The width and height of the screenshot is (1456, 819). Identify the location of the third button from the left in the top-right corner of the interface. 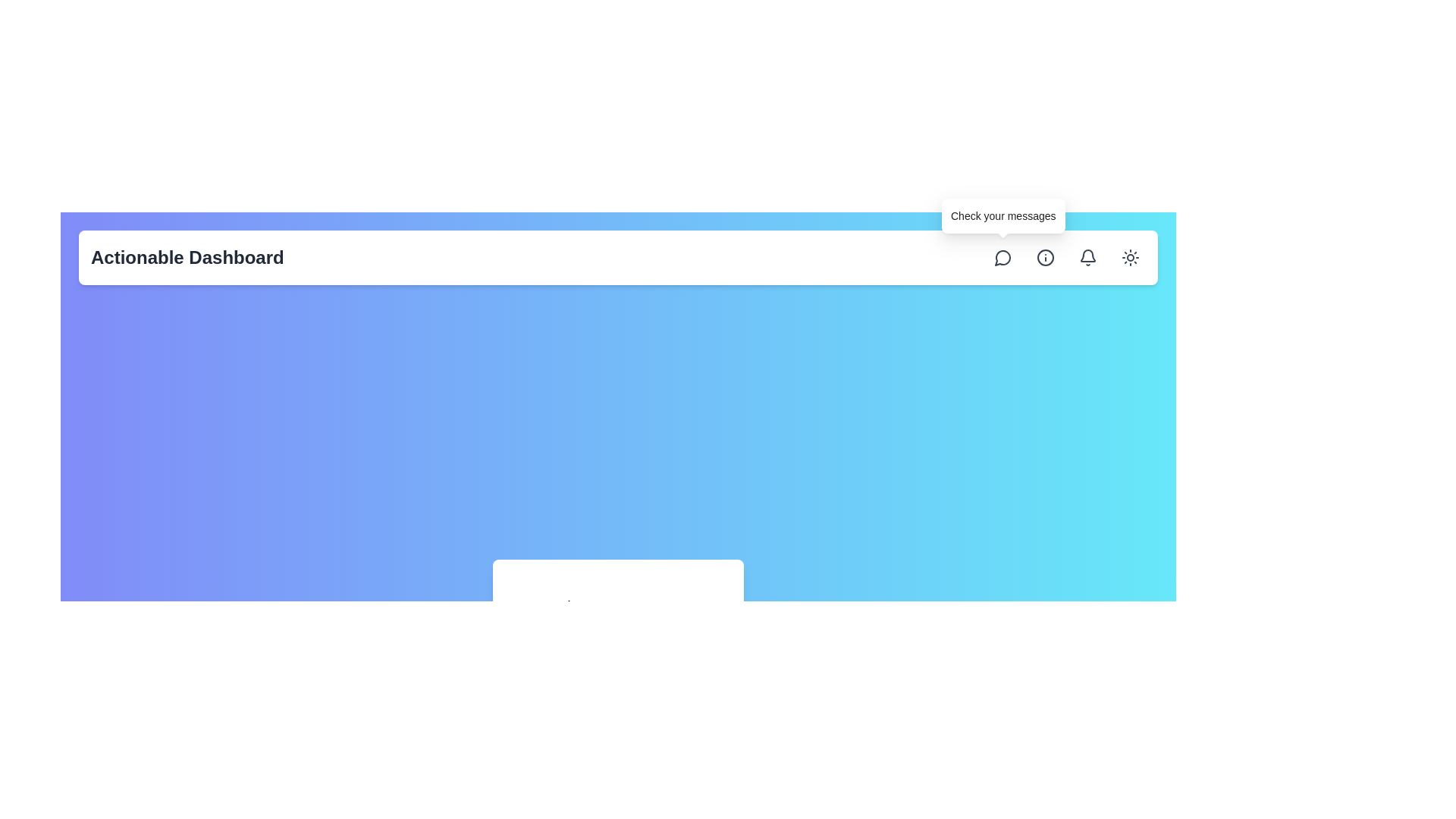
(1044, 256).